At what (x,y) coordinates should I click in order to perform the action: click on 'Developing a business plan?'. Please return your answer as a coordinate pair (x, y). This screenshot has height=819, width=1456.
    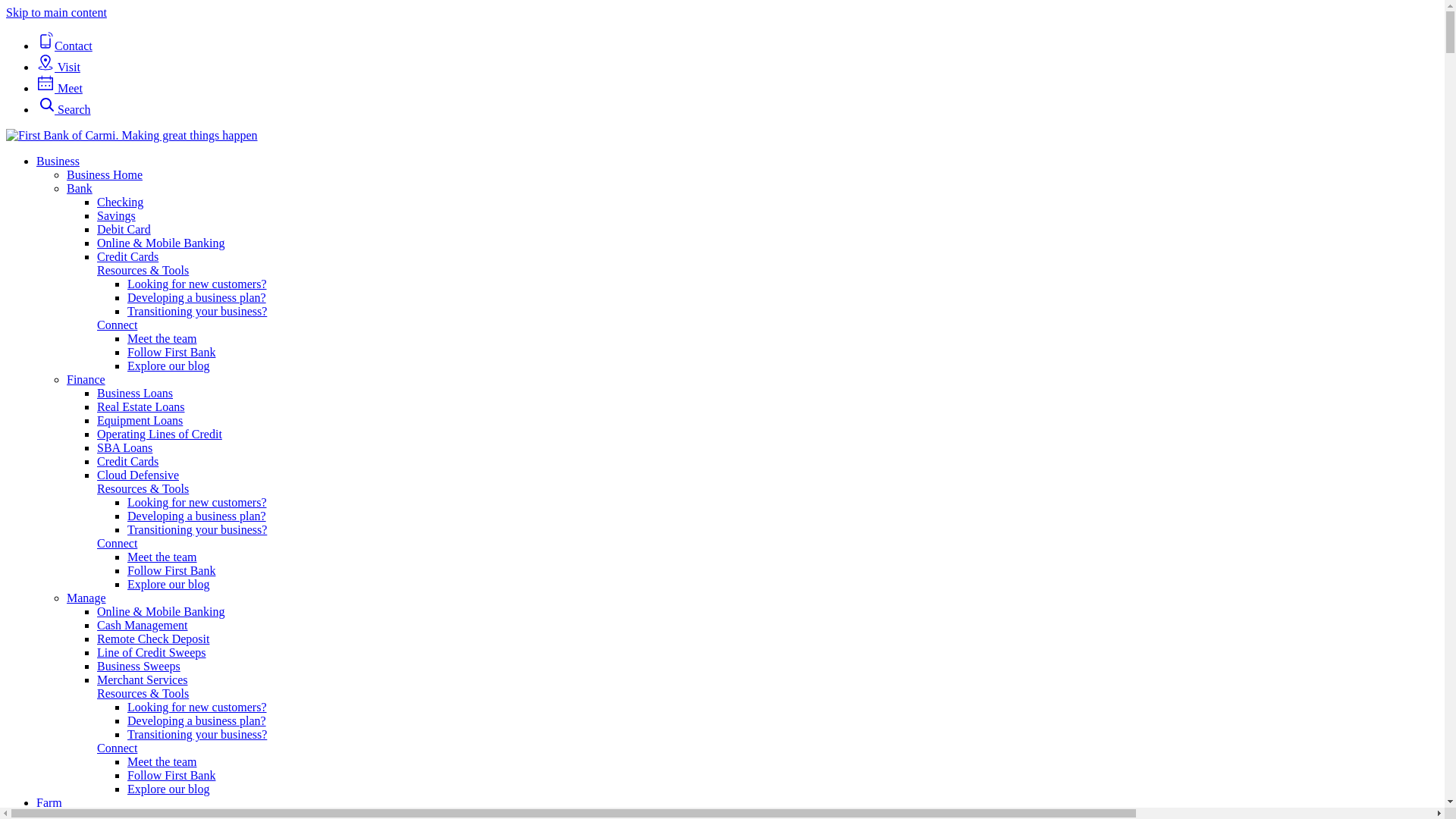
    Looking at the image, I should click on (127, 297).